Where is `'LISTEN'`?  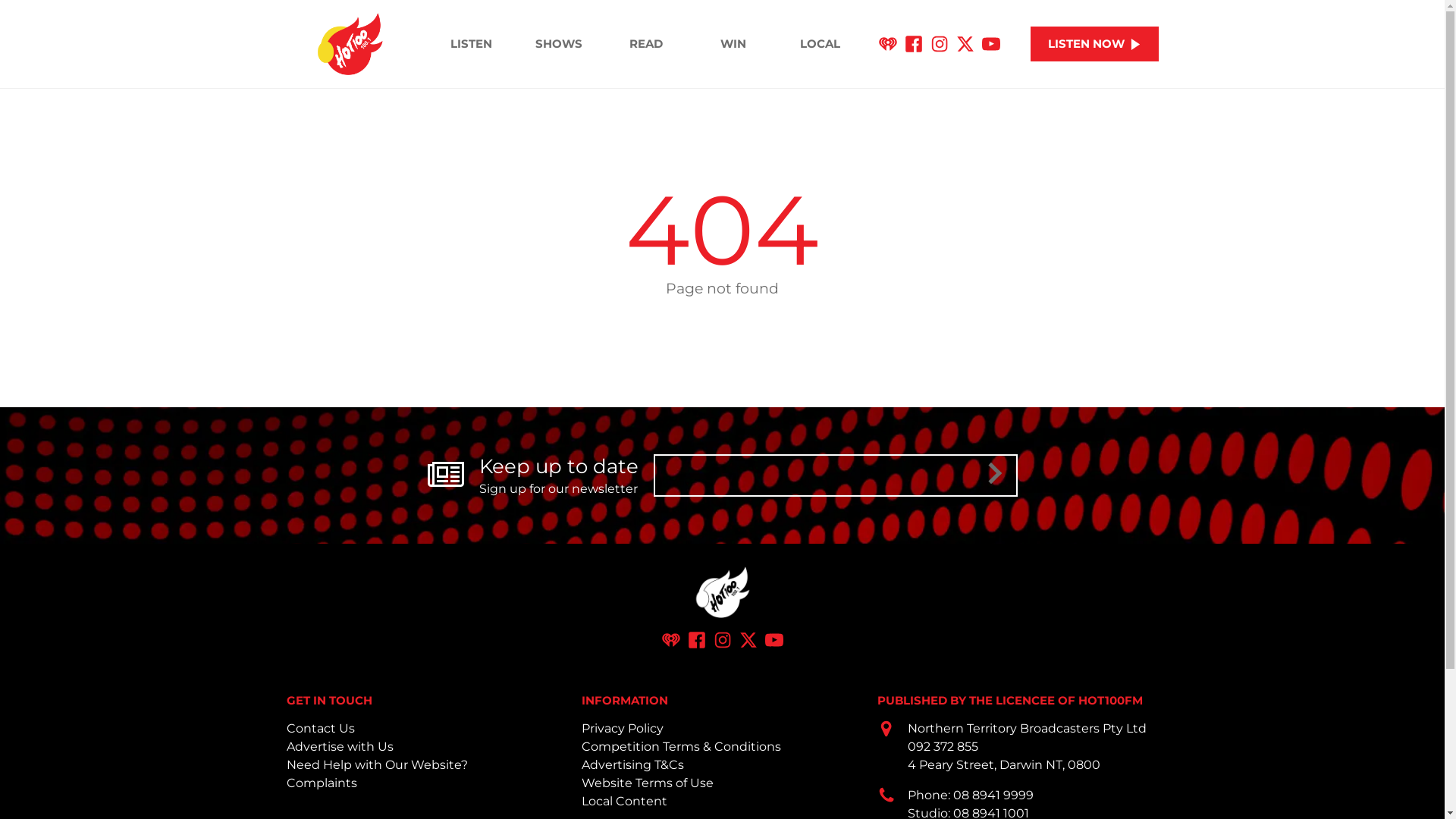 'LISTEN' is located at coordinates (427, 42).